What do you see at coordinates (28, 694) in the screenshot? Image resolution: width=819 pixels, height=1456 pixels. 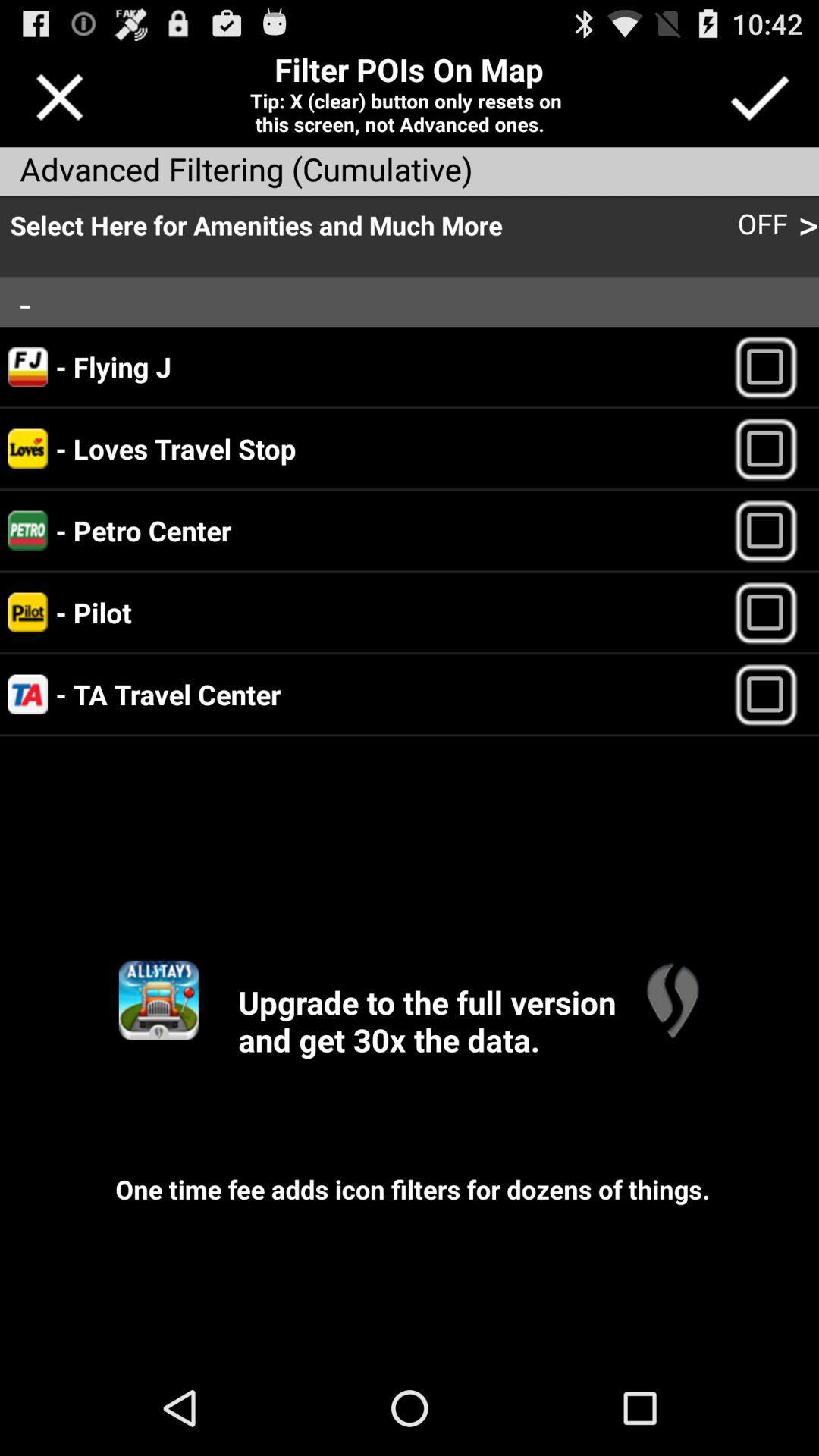 I see `the logo of ta travel center` at bounding box center [28, 694].